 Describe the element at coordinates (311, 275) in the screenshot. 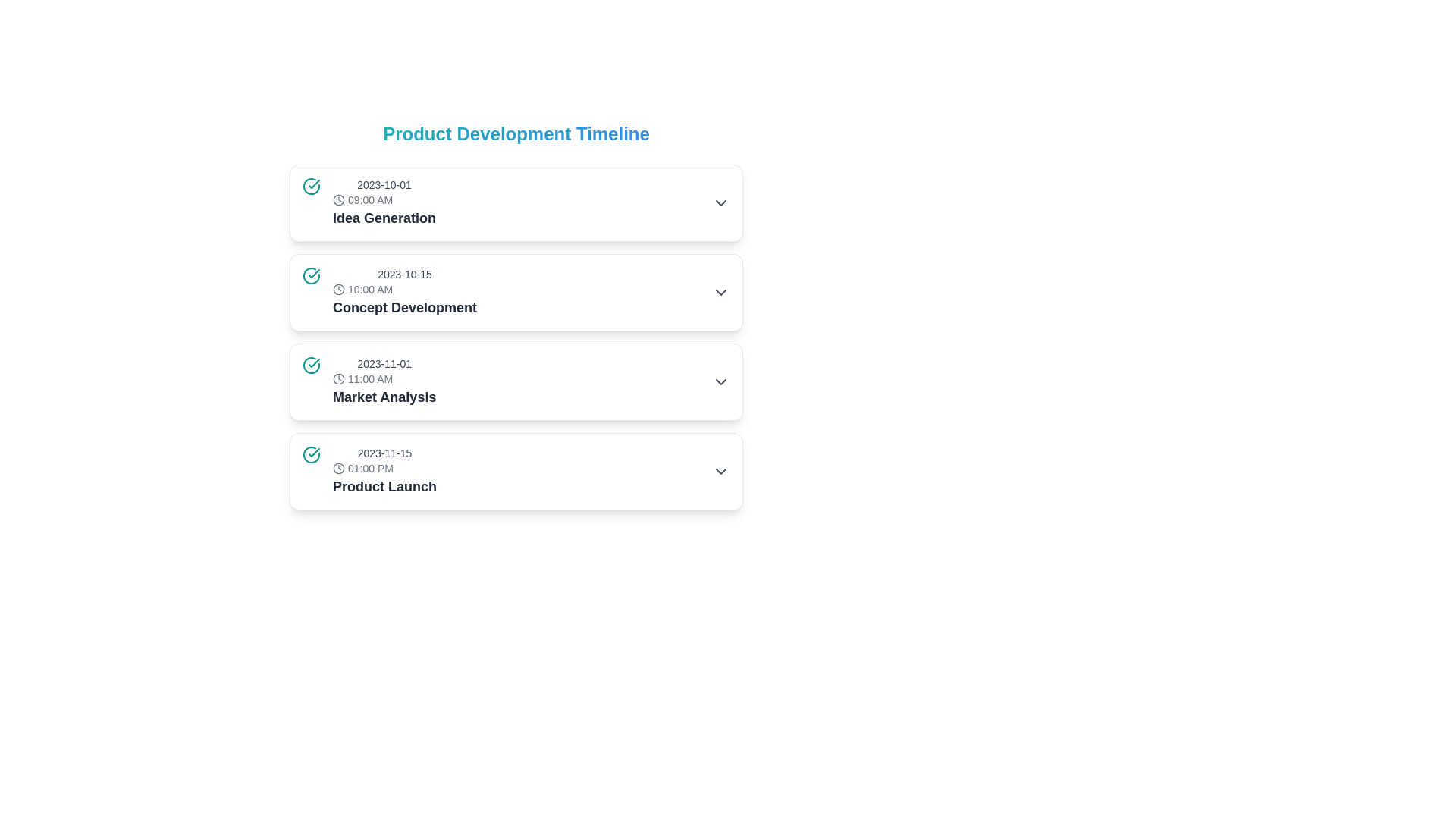

I see `the circular teal icon with a checkmark, indicating completed status, located in the second row of the timeline under 'Concept Development'` at that location.